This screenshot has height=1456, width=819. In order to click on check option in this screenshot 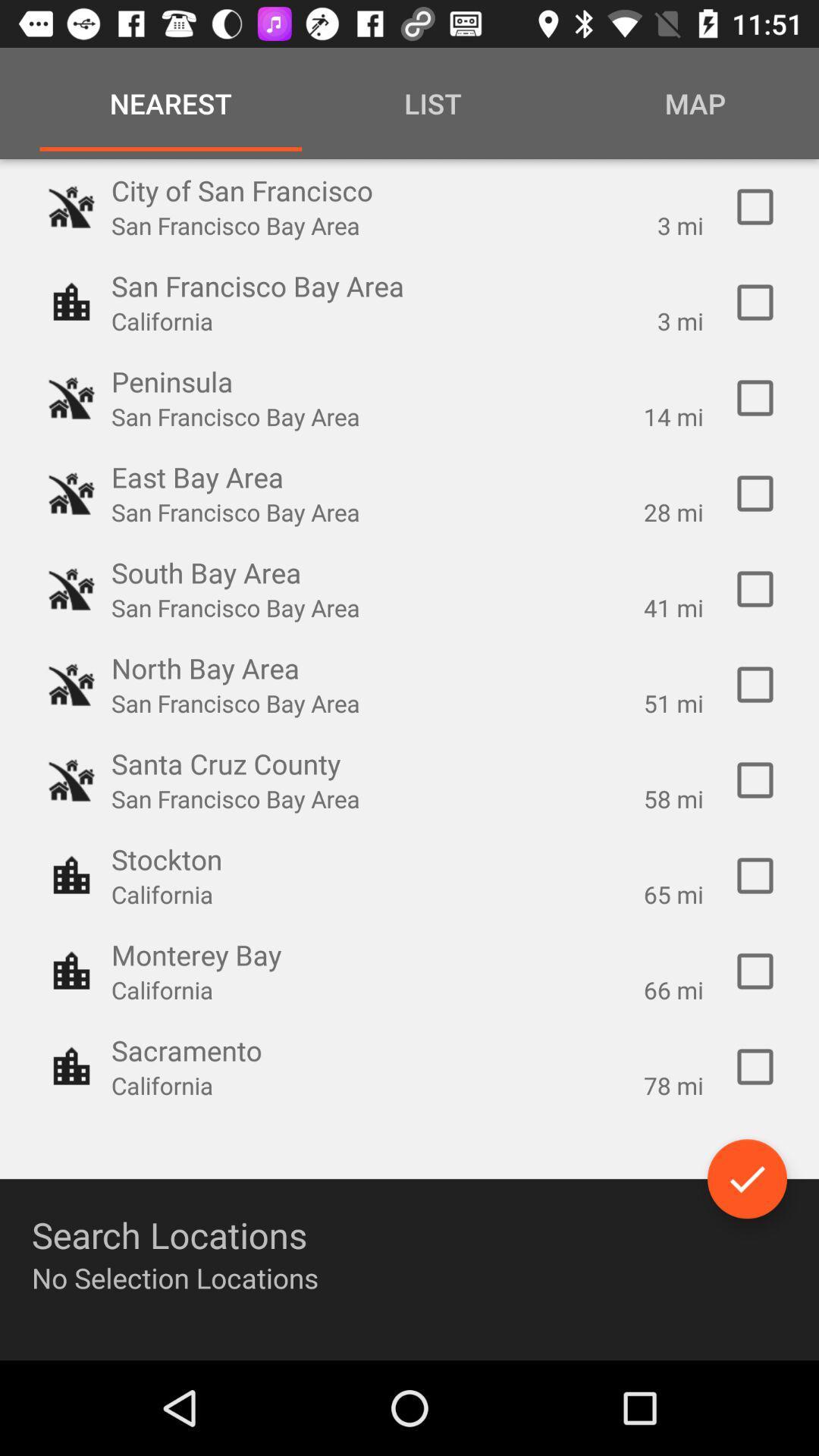, I will do `click(755, 494)`.